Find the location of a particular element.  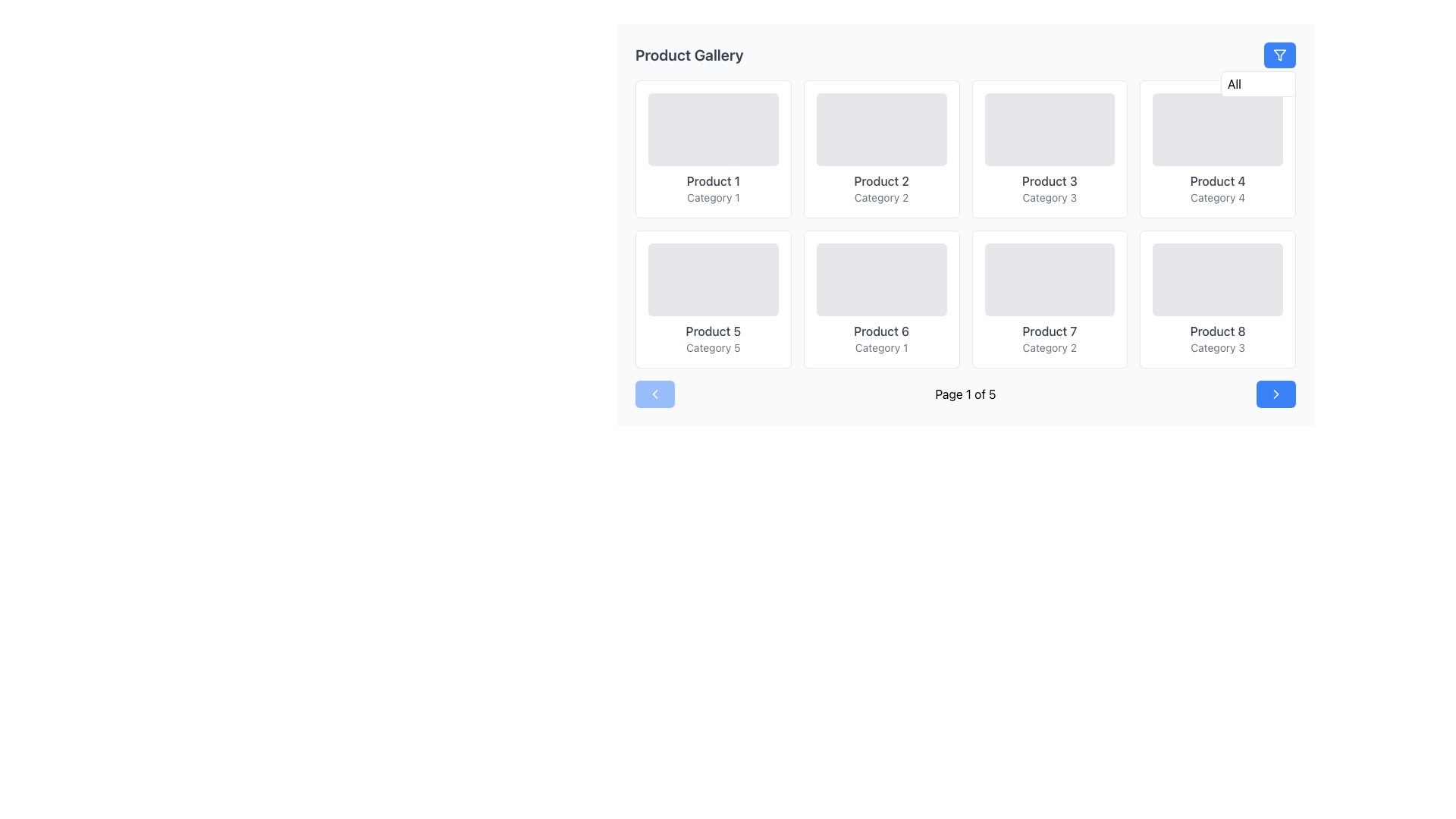

the card displaying 'Product 3' in a gallery view, which has a white background and rounded corners, positioned as the third card in the first row of a 4x2 grid layout is located at coordinates (1049, 149).